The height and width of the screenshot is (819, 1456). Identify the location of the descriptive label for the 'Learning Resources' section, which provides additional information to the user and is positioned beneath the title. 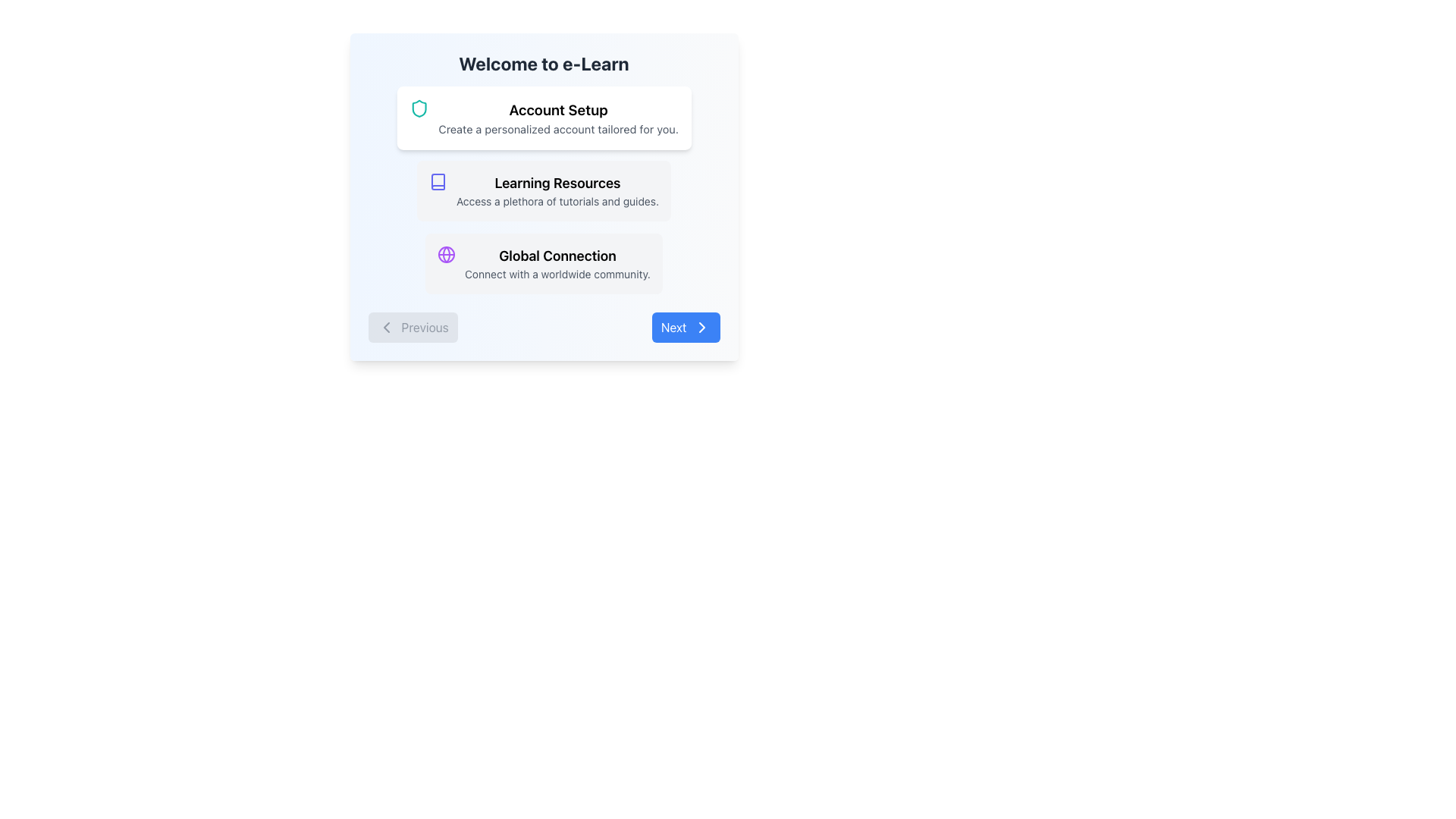
(557, 201).